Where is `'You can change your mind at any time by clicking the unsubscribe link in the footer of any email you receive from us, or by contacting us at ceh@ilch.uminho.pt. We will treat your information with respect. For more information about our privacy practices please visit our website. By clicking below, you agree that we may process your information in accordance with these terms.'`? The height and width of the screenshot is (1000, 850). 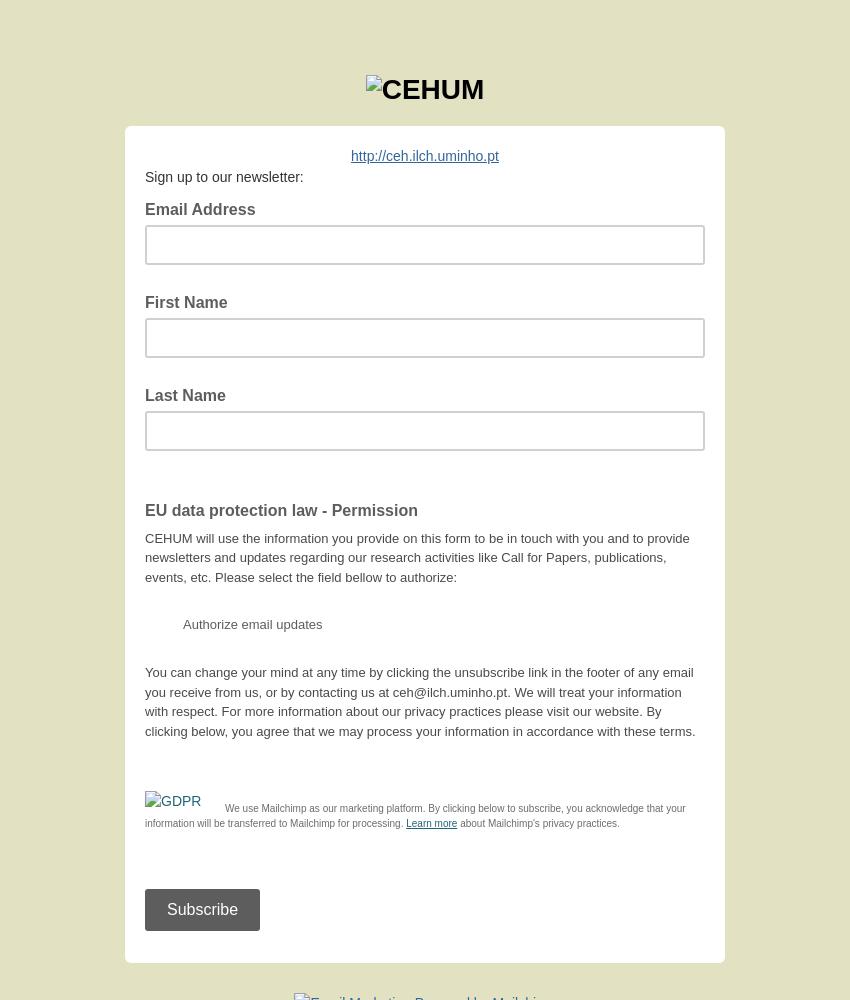
'You can change your mind at any time by clicking the unsubscribe link in the footer of any email you receive from us, or by contacting us at ceh@ilch.uminho.pt. We will treat your information with respect. For more information about our privacy practices please visit our website. By clicking below, you agree that we may process your information in accordance with these terms.' is located at coordinates (419, 700).